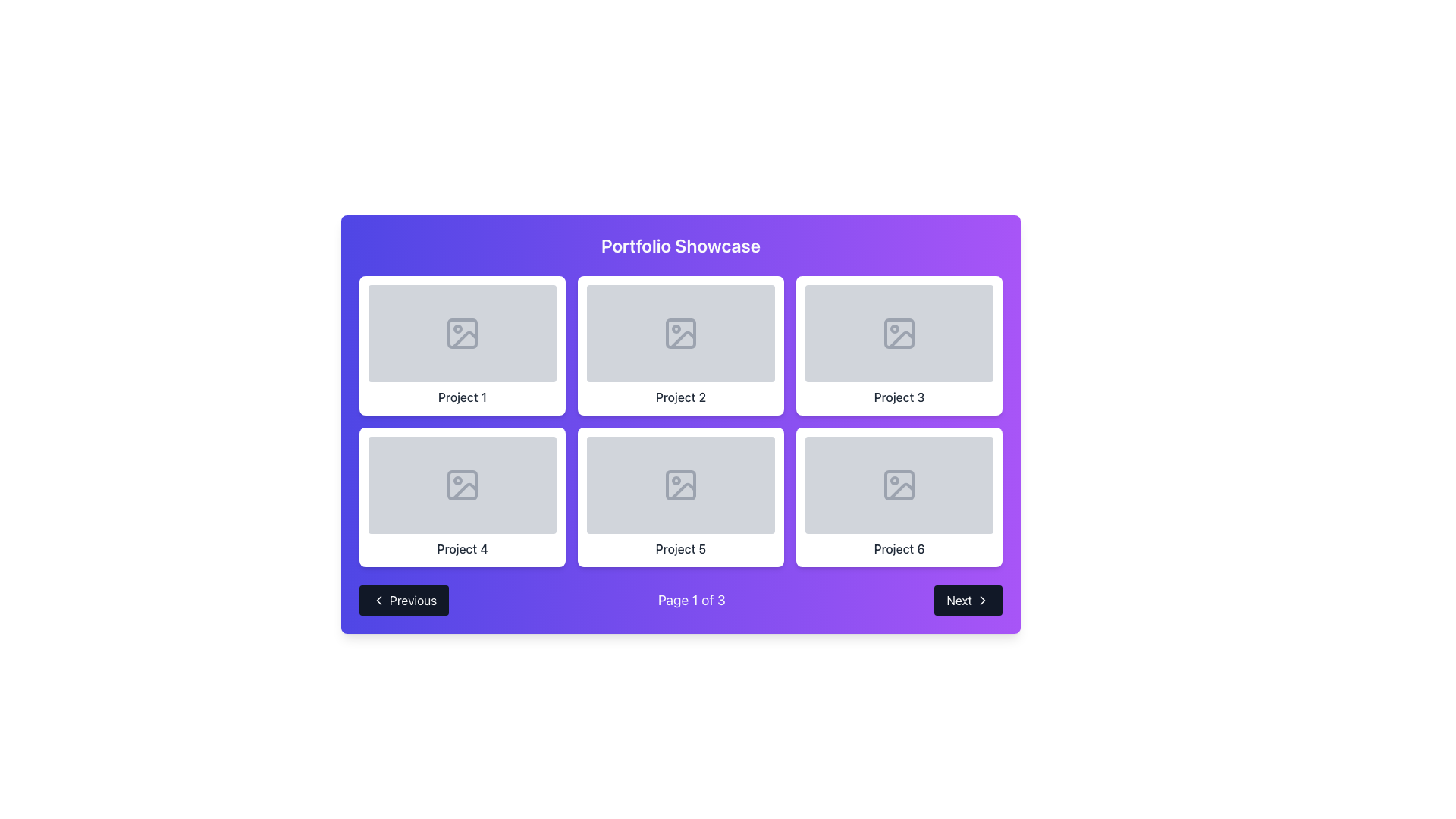  Describe the element at coordinates (679, 345) in the screenshot. I see `the rectangular card with a white background and a centered gray placeholder image that displays the text 'Project 2' in bold gray font` at that location.